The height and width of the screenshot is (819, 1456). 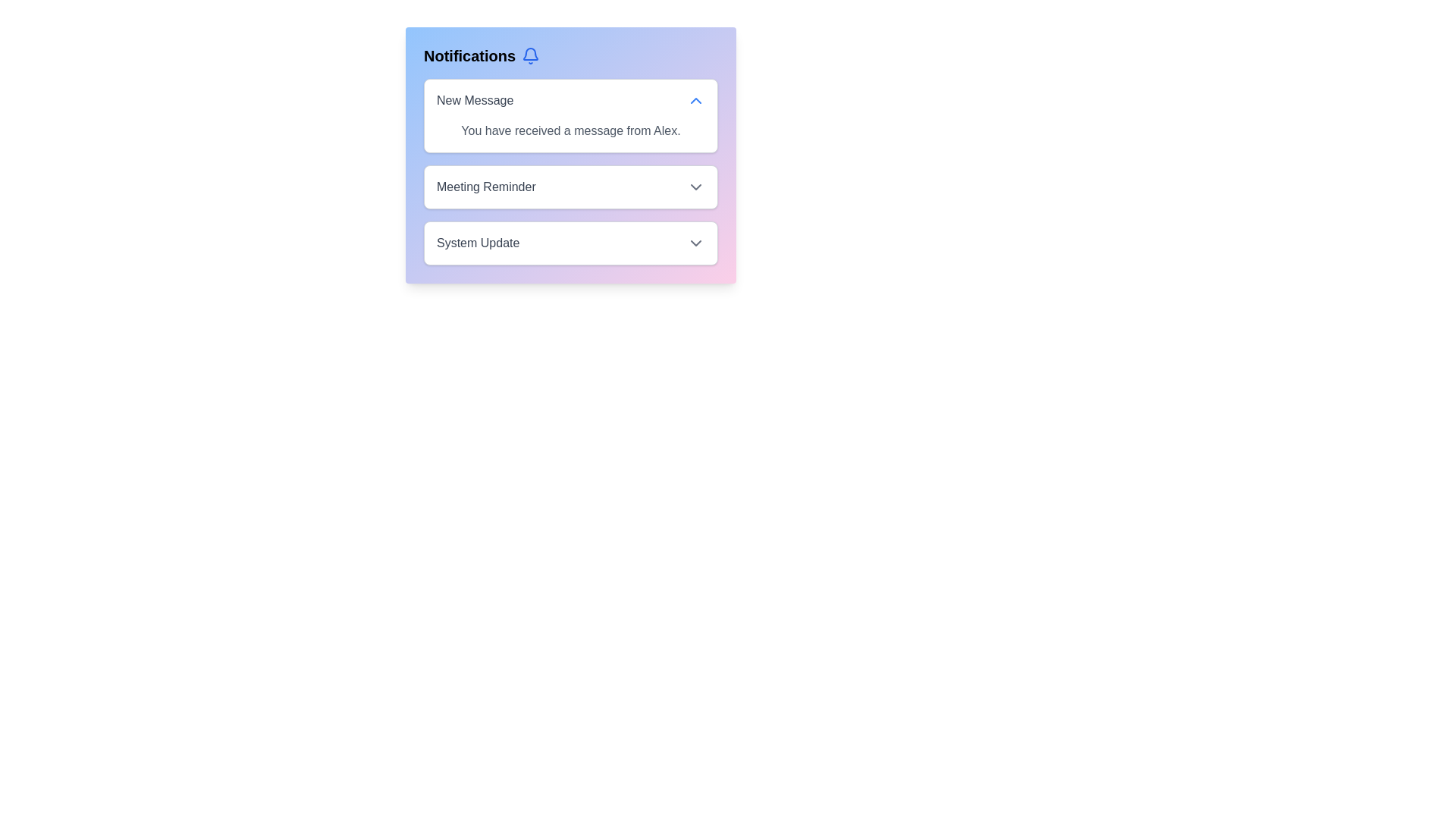 I want to click on the 'Meeting Reminder' collapsible card, which is the second card in a vertically stacked group of three cards, so click(x=570, y=186).